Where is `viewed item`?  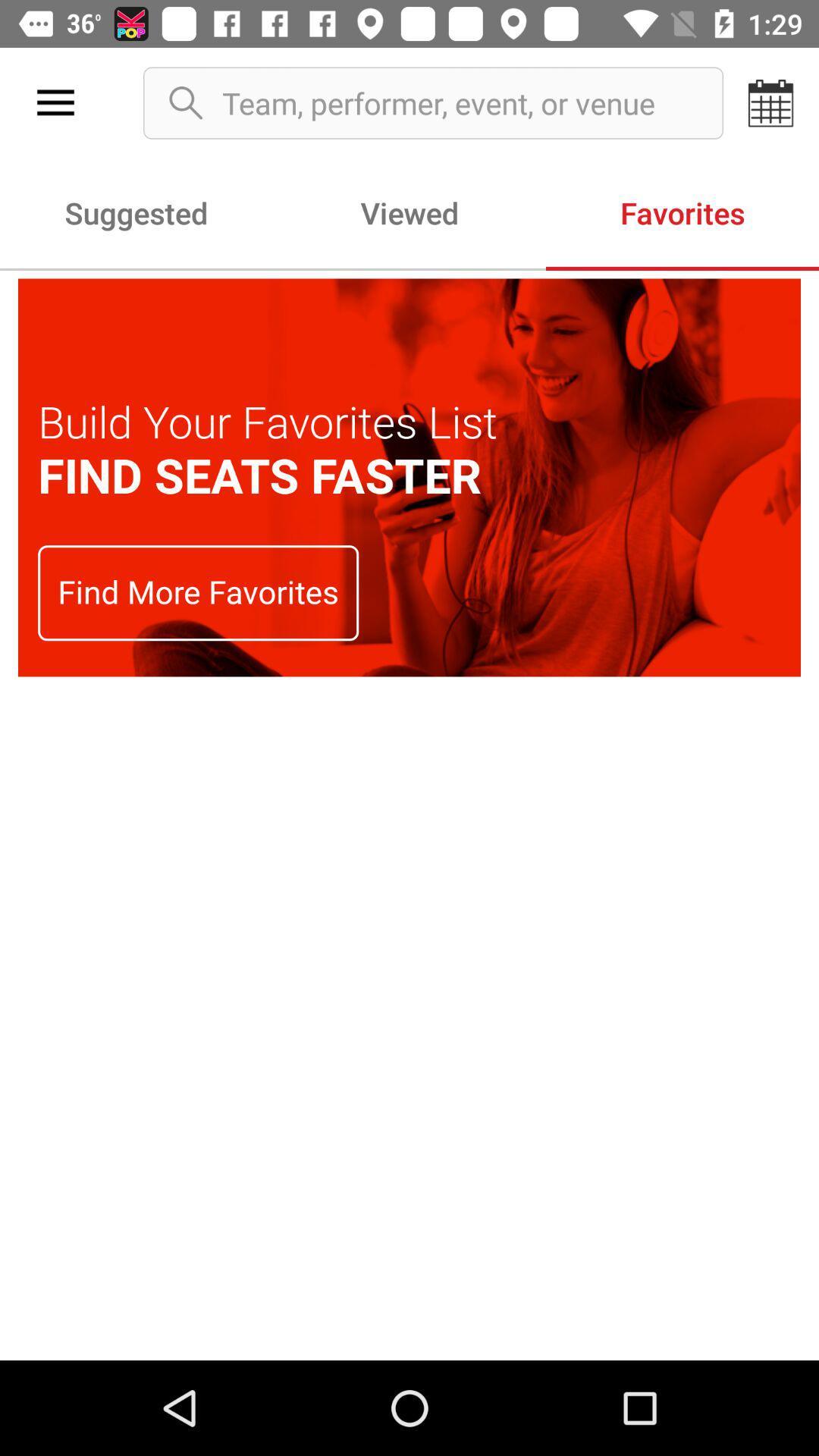 viewed item is located at coordinates (409, 212).